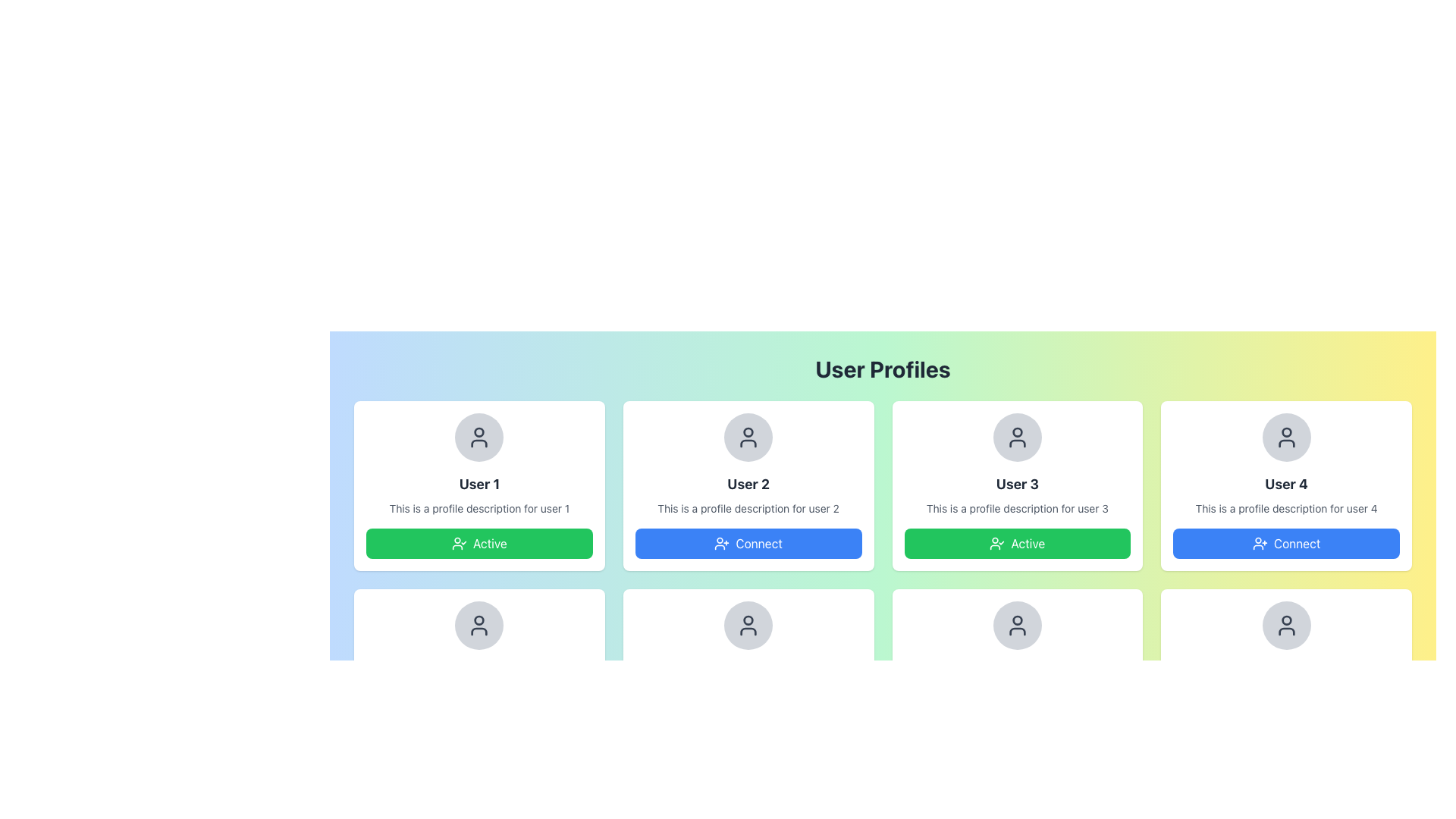 This screenshot has width=1456, height=819. What do you see at coordinates (479, 438) in the screenshot?
I see `the SVG user profile icon located in the 'User Profiles' section, which features a circular head and torso, styled in gray, and is labeled 'User 1'` at bounding box center [479, 438].